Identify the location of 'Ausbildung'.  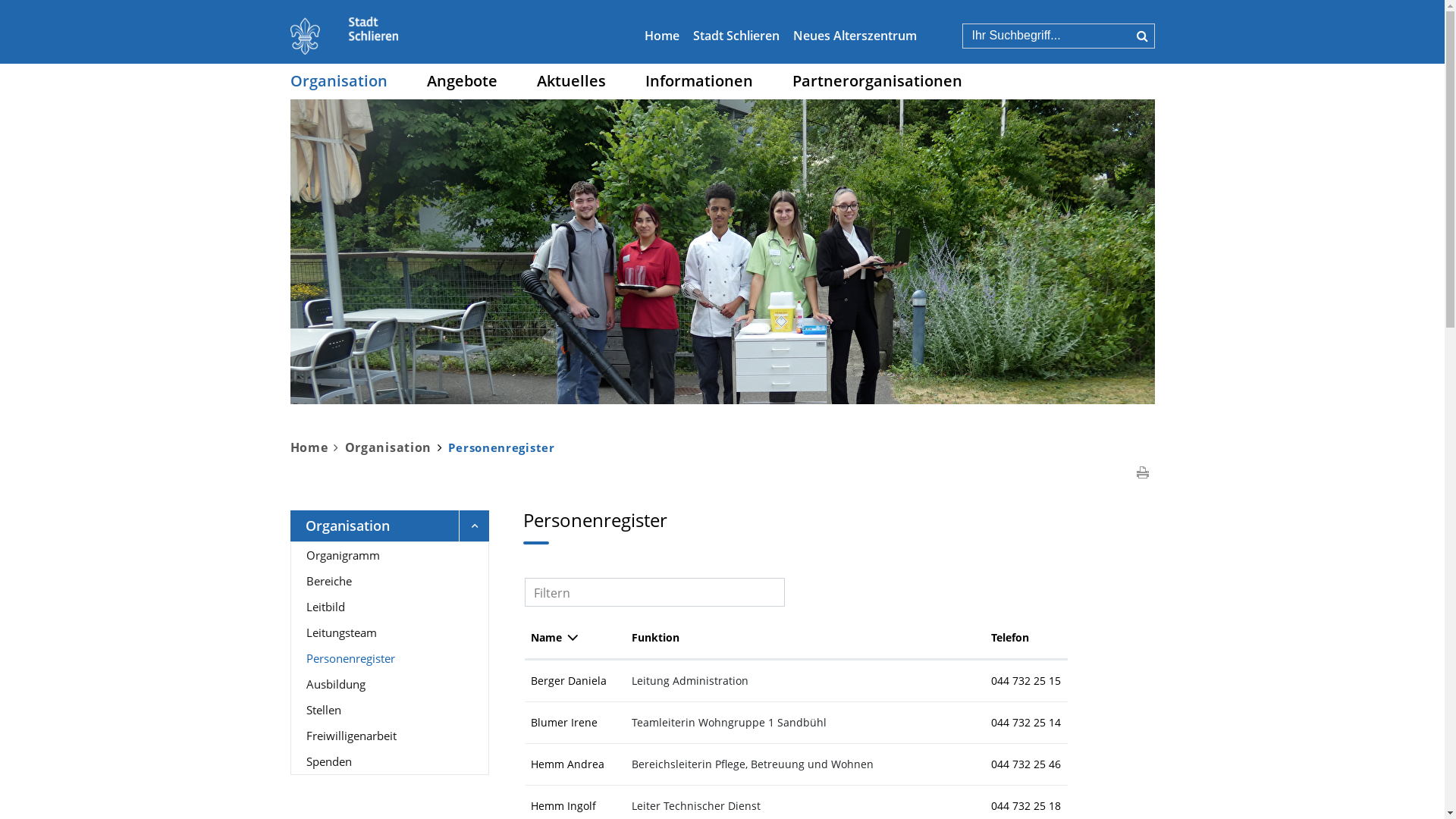
(390, 684).